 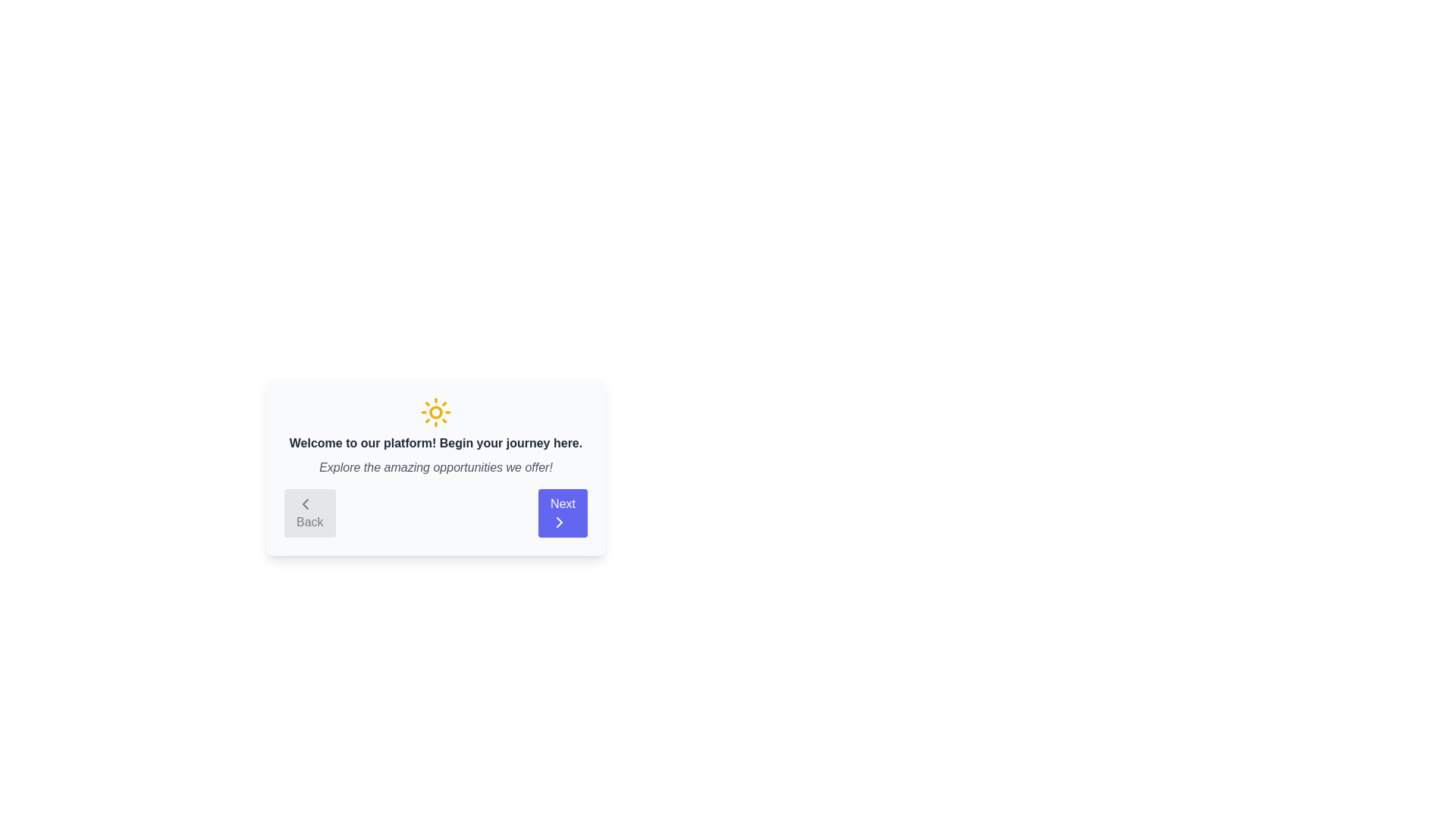 I want to click on the 'Next' button to navigate to the next step in the onboarding process, so click(x=562, y=513).